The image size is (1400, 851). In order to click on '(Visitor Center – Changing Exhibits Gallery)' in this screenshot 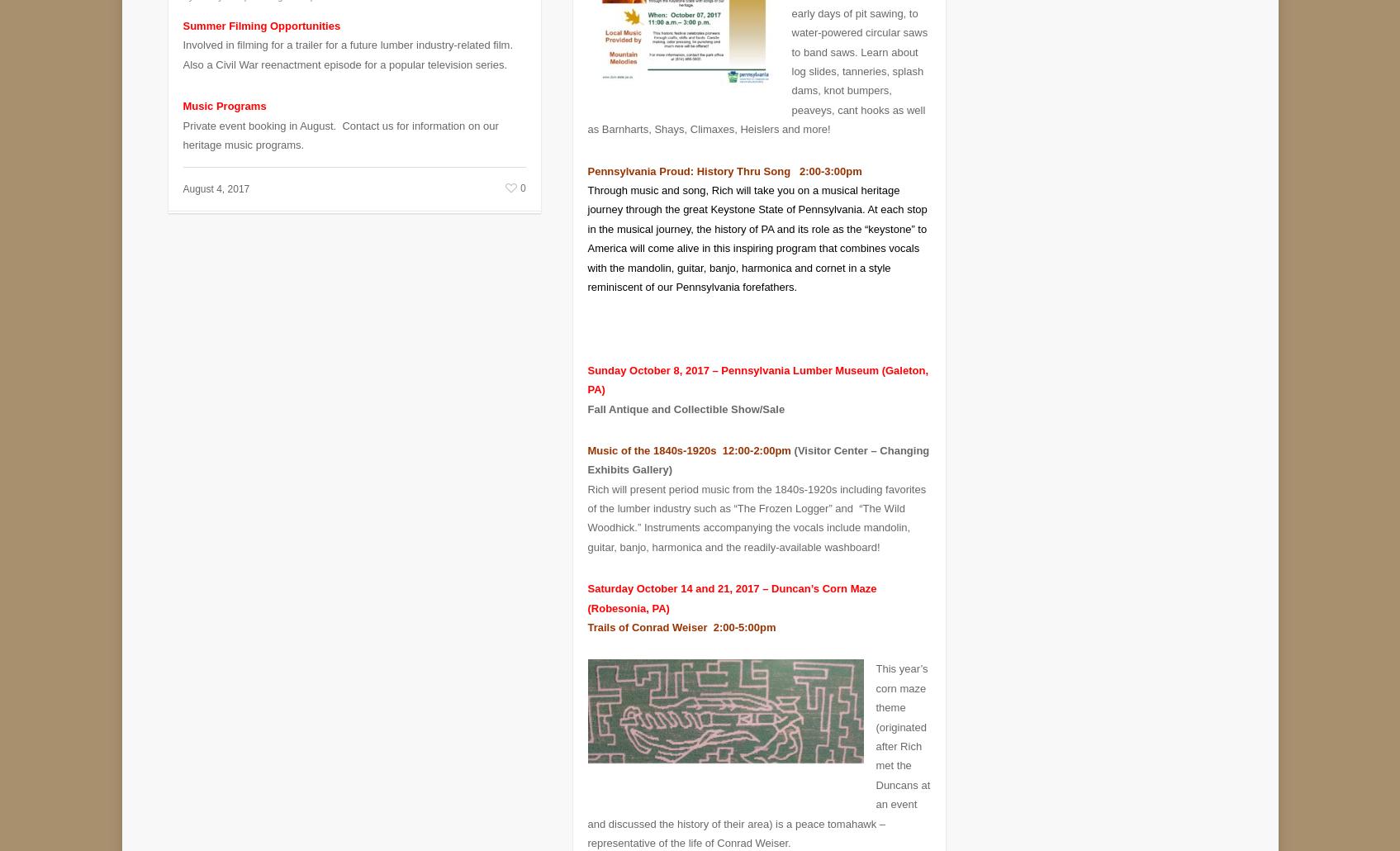, I will do `click(758, 448)`.